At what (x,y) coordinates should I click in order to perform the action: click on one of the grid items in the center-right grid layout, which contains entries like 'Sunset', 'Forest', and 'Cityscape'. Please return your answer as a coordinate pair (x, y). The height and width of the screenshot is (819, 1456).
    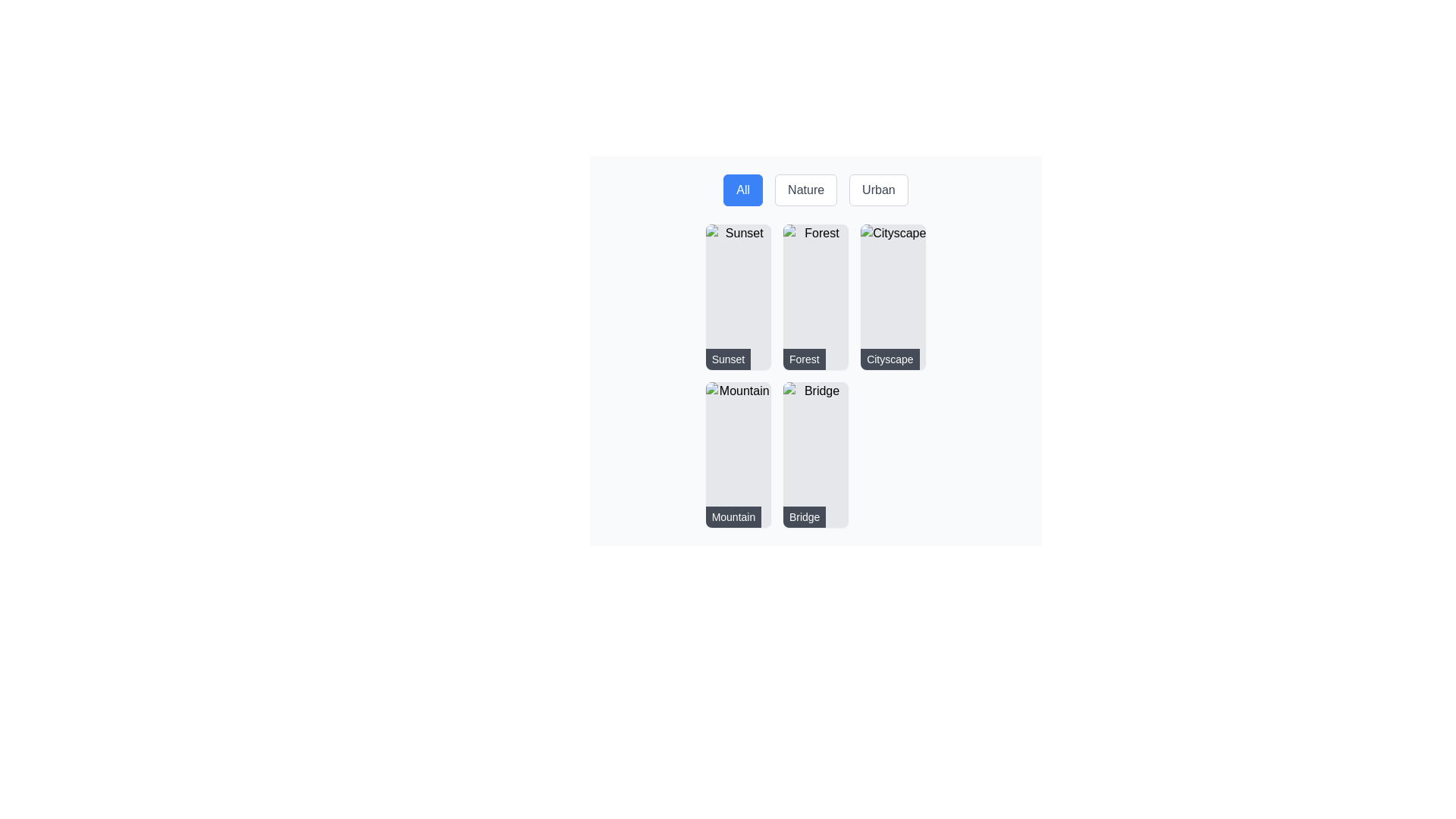
    Looking at the image, I should click on (814, 375).